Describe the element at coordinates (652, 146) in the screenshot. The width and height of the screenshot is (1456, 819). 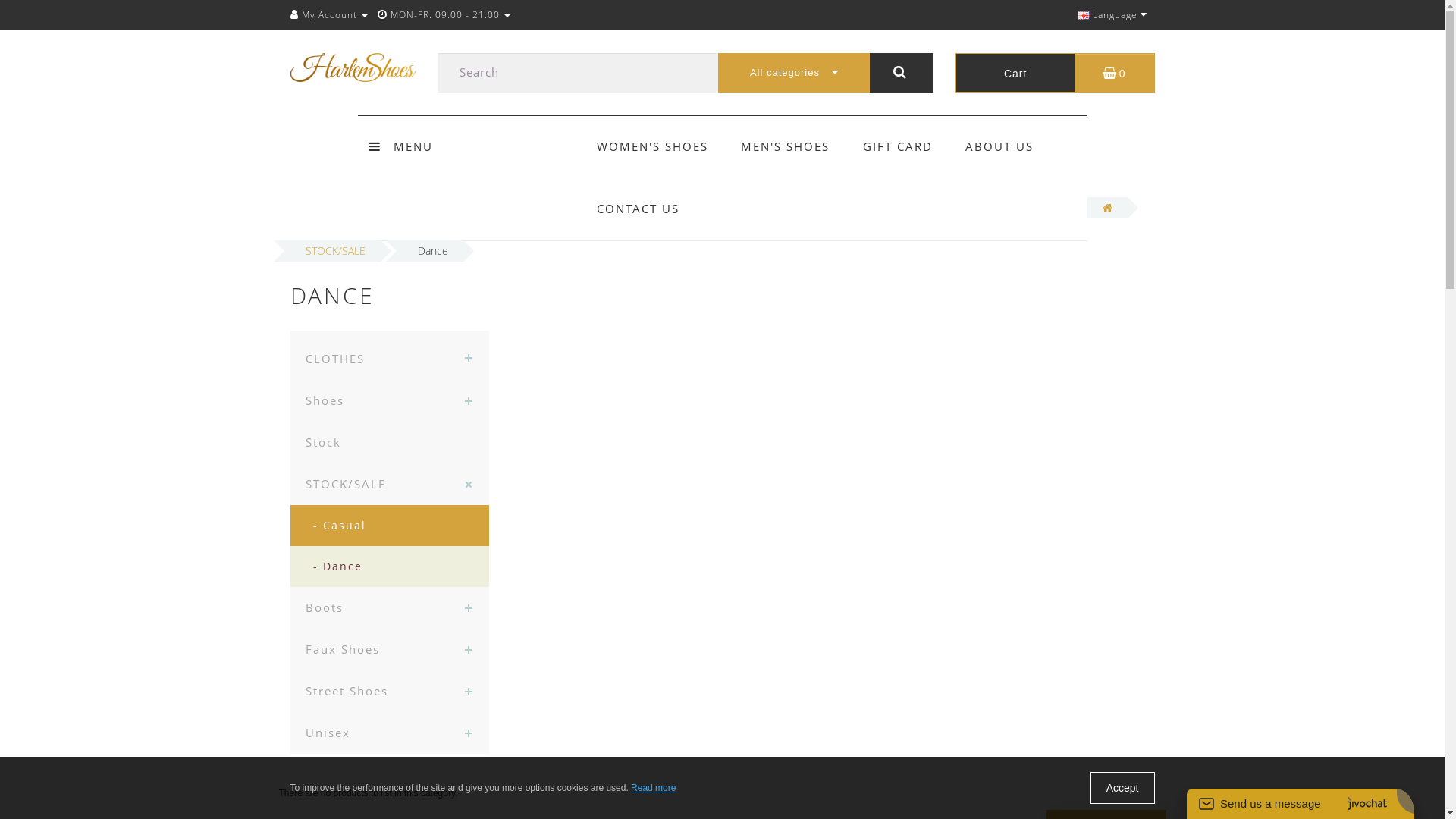
I see `'WOMEN'S SHOES'` at that location.